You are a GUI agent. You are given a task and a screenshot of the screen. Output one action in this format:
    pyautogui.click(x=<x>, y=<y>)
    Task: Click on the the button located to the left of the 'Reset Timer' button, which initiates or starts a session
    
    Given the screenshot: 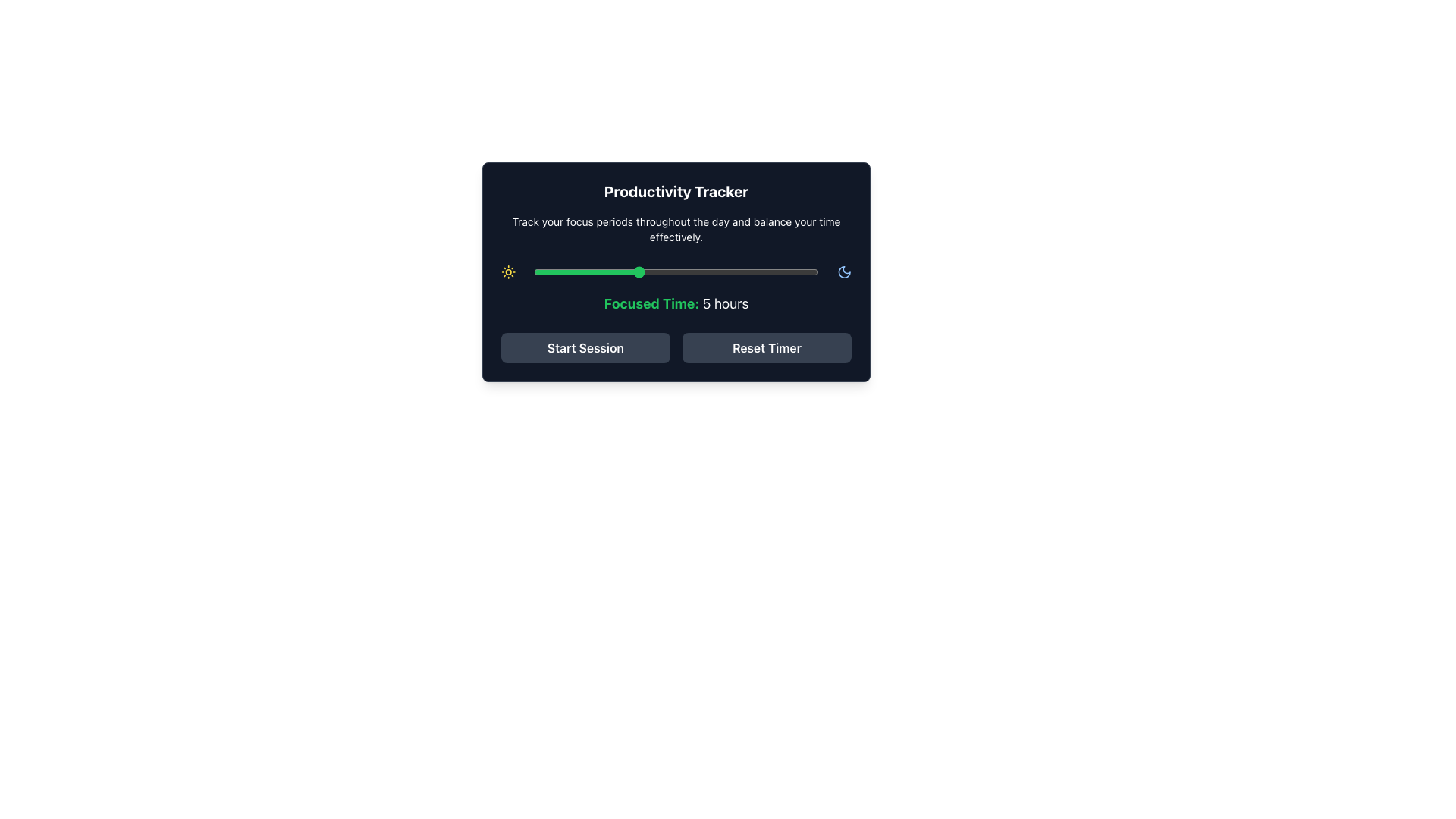 What is the action you would take?
    pyautogui.click(x=585, y=348)
    